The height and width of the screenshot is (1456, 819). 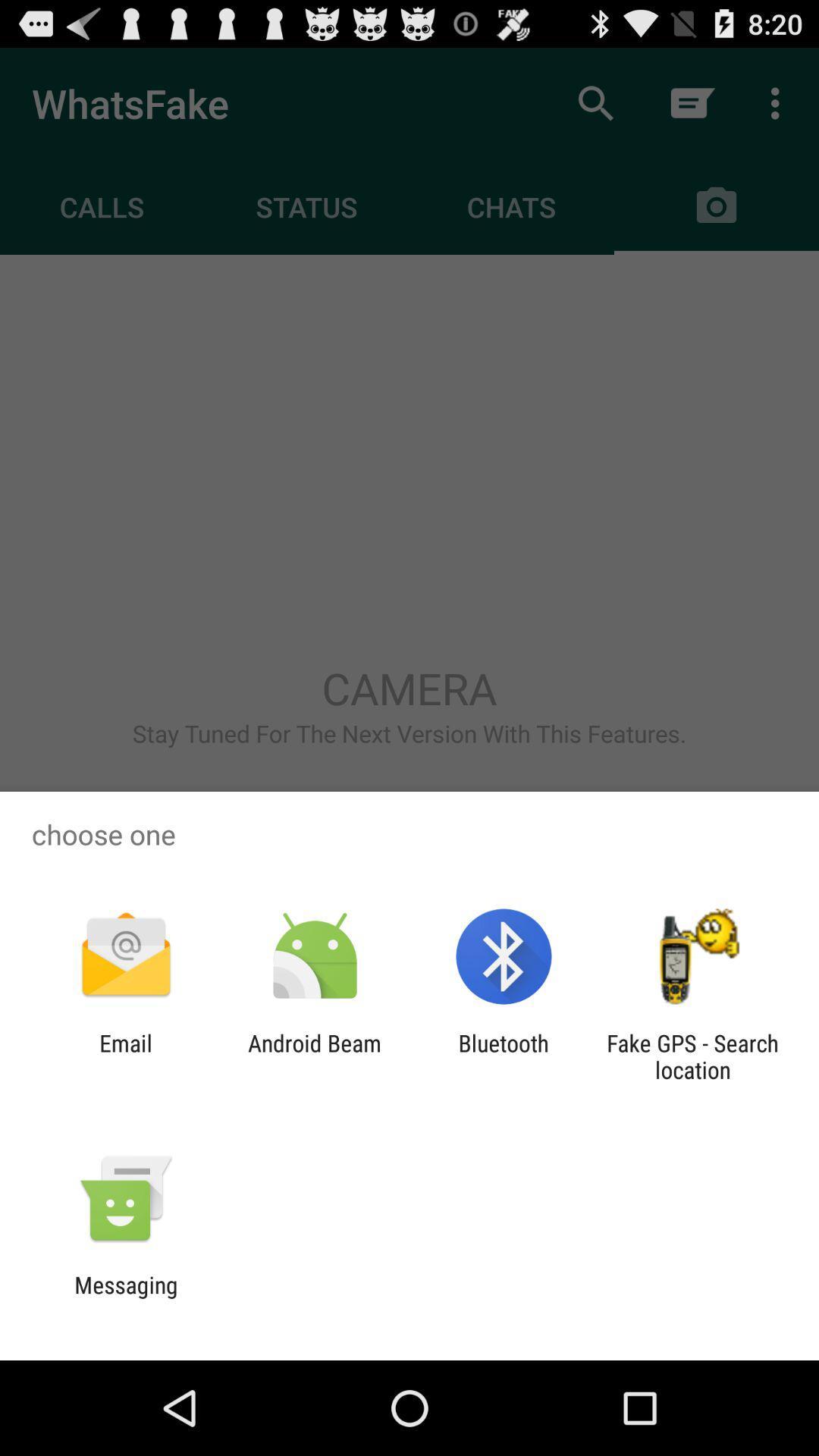 What do you see at coordinates (692, 1056) in the screenshot?
I see `icon at the bottom right corner` at bounding box center [692, 1056].